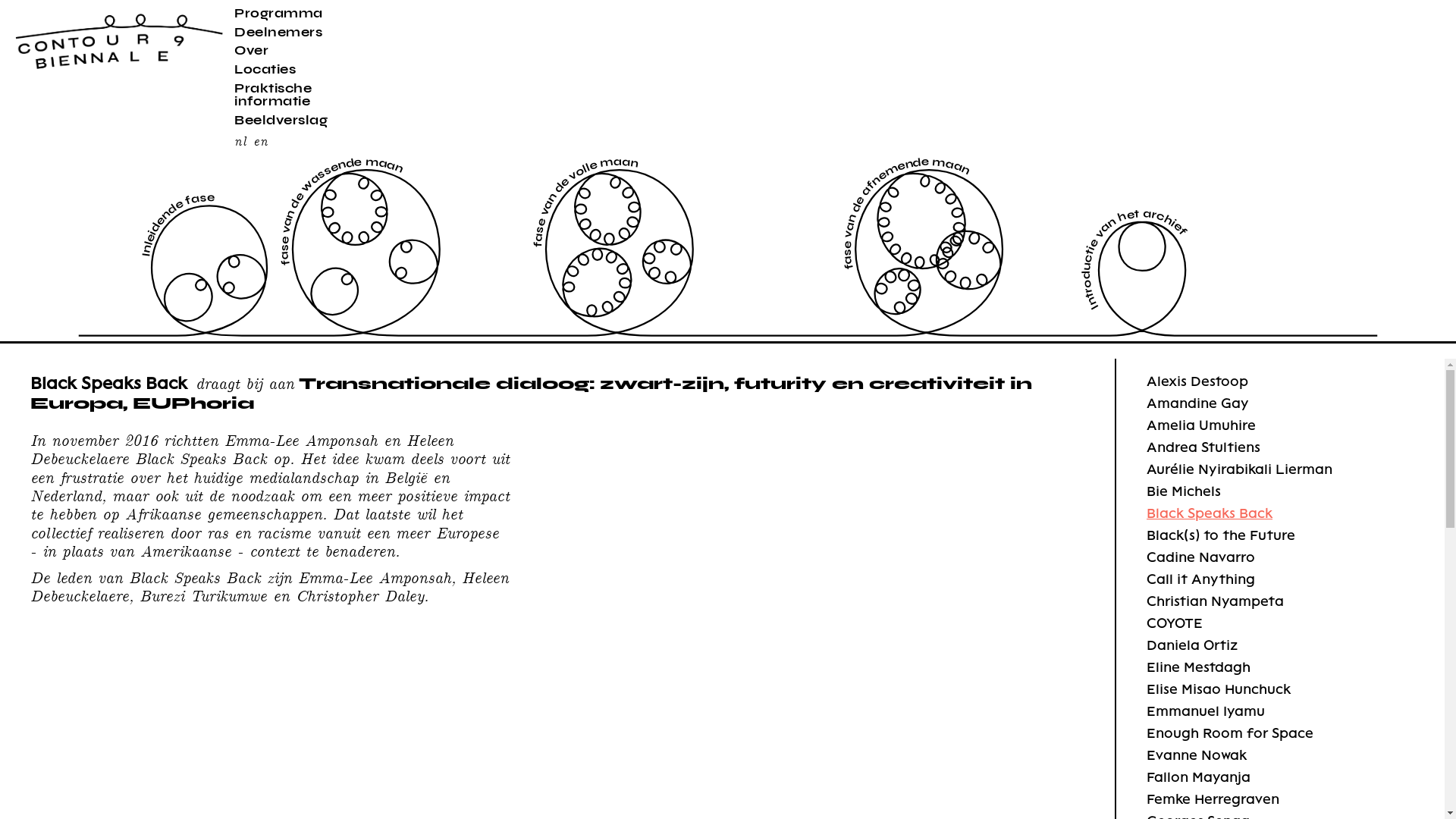 The height and width of the screenshot is (819, 1456). What do you see at coordinates (1147, 579) in the screenshot?
I see `'Call it Anything'` at bounding box center [1147, 579].